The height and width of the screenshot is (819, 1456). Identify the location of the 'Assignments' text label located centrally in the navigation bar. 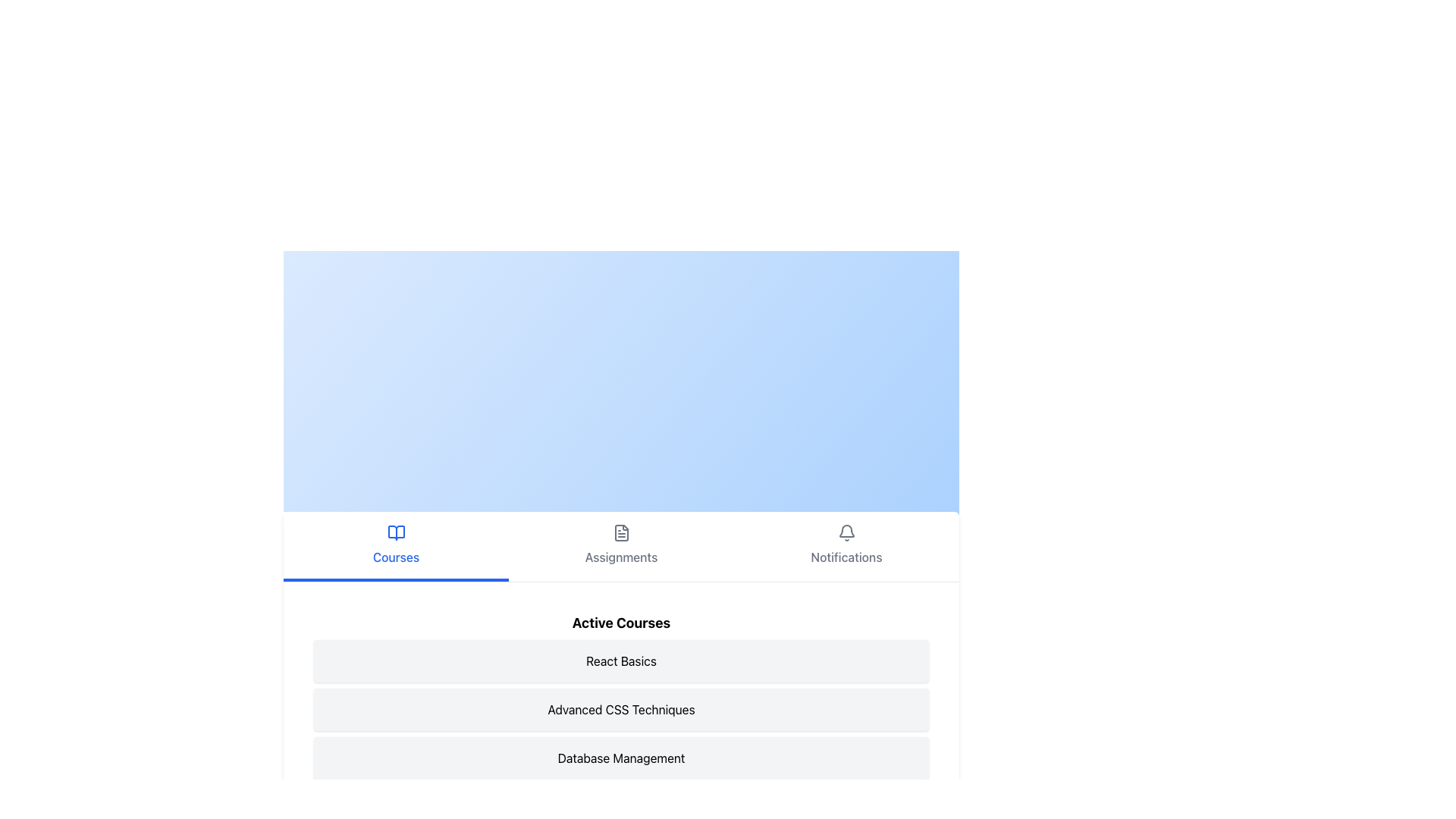
(621, 557).